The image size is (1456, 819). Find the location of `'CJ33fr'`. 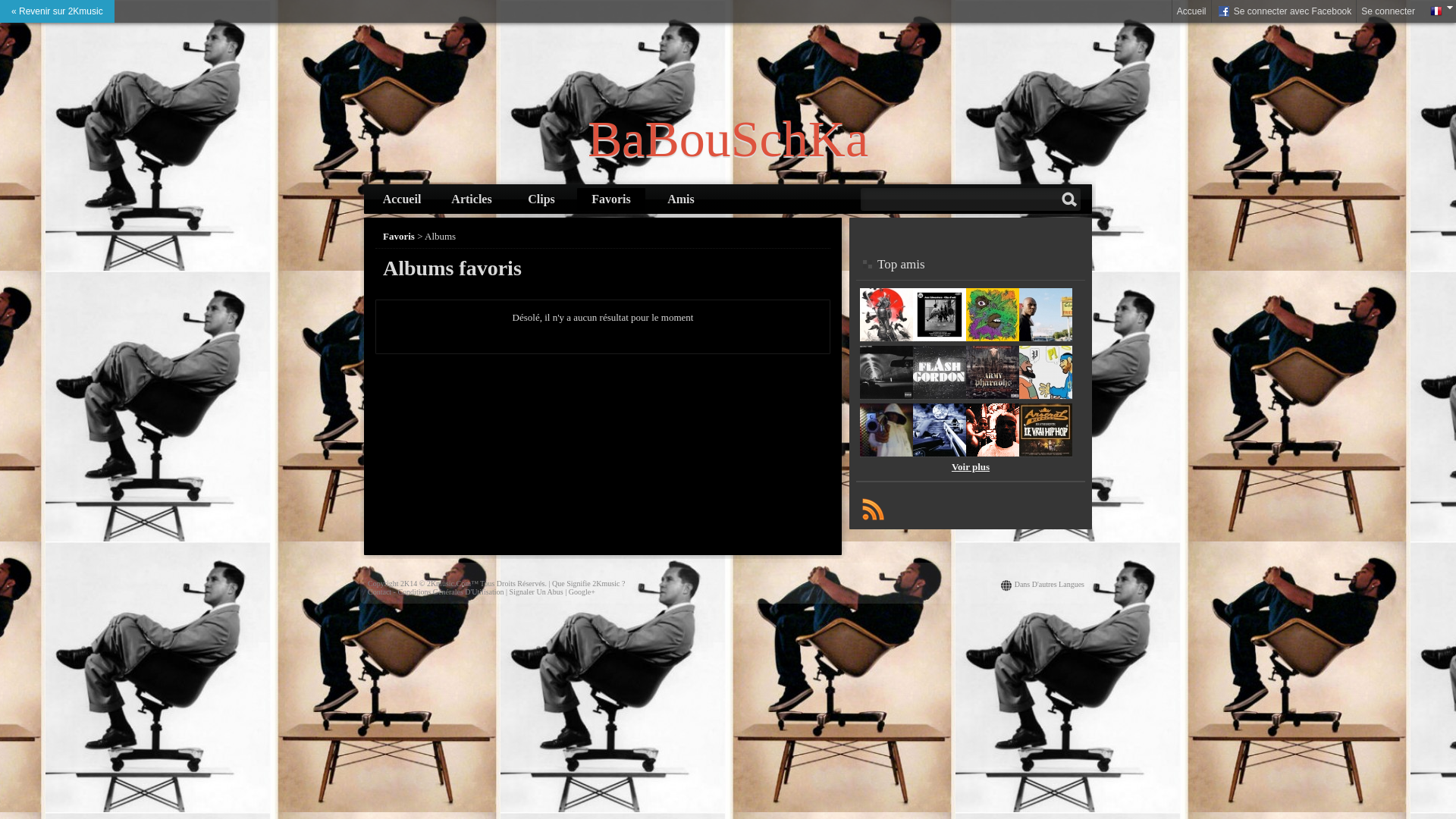

'CJ33fr' is located at coordinates (938, 337).